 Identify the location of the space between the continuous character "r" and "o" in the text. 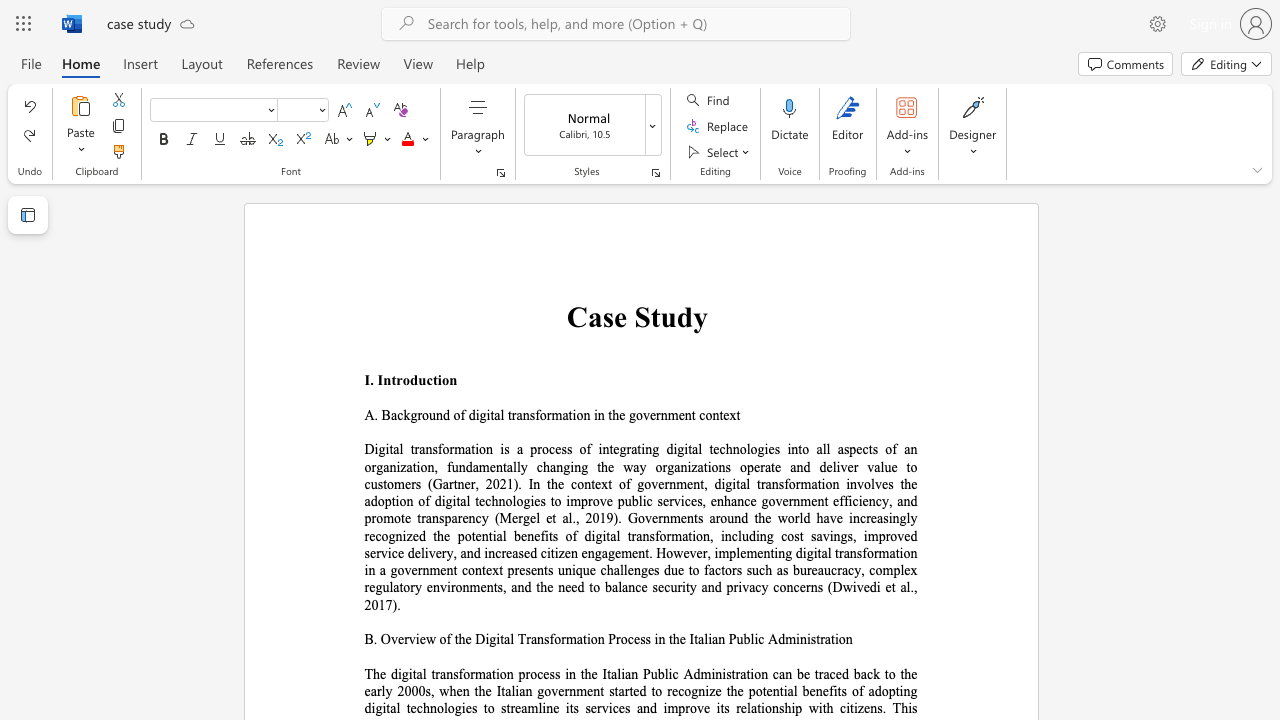
(401, 380).